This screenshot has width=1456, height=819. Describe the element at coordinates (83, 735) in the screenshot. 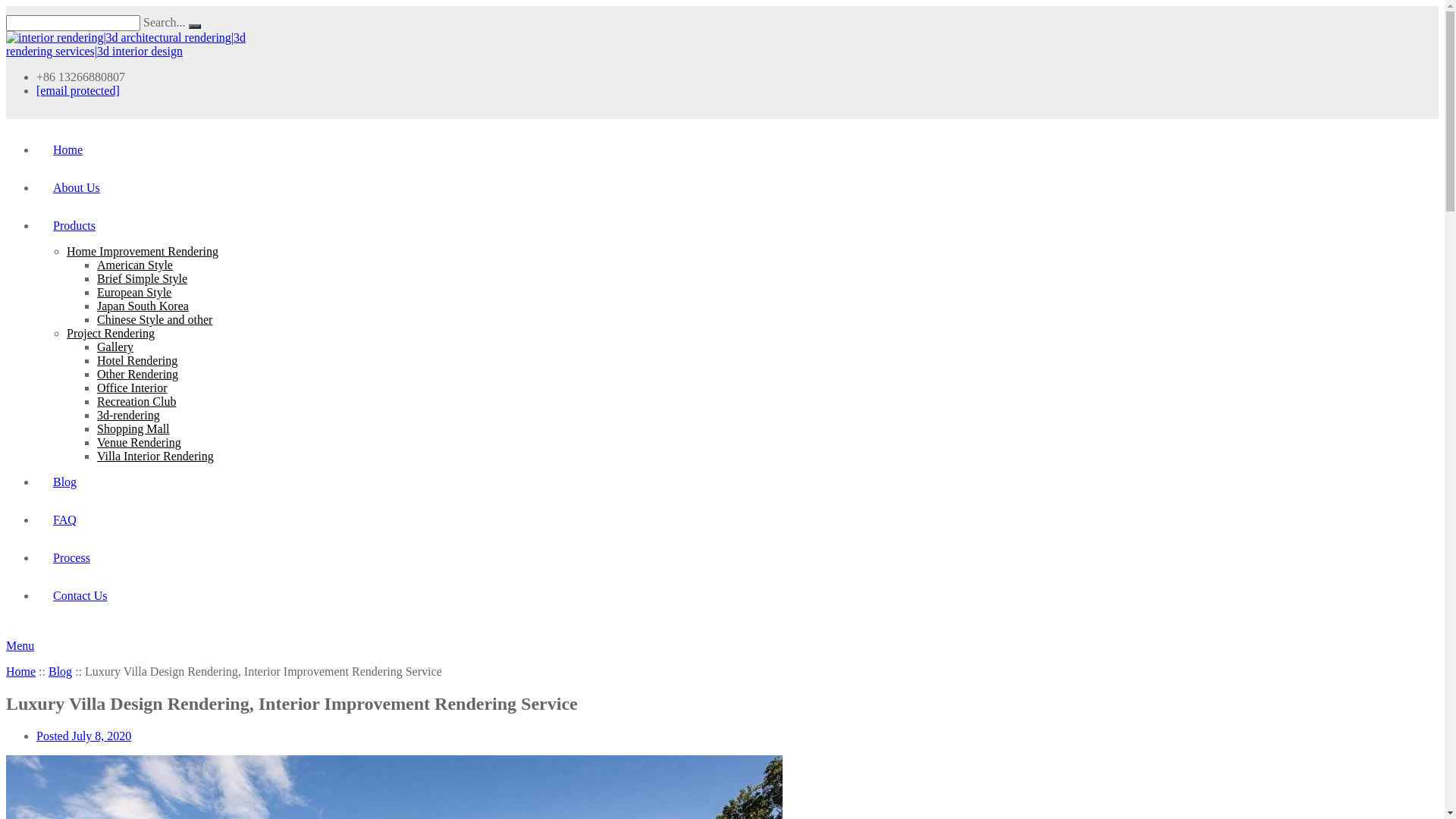

I see `'Posted July 8, 2020'` at that location.